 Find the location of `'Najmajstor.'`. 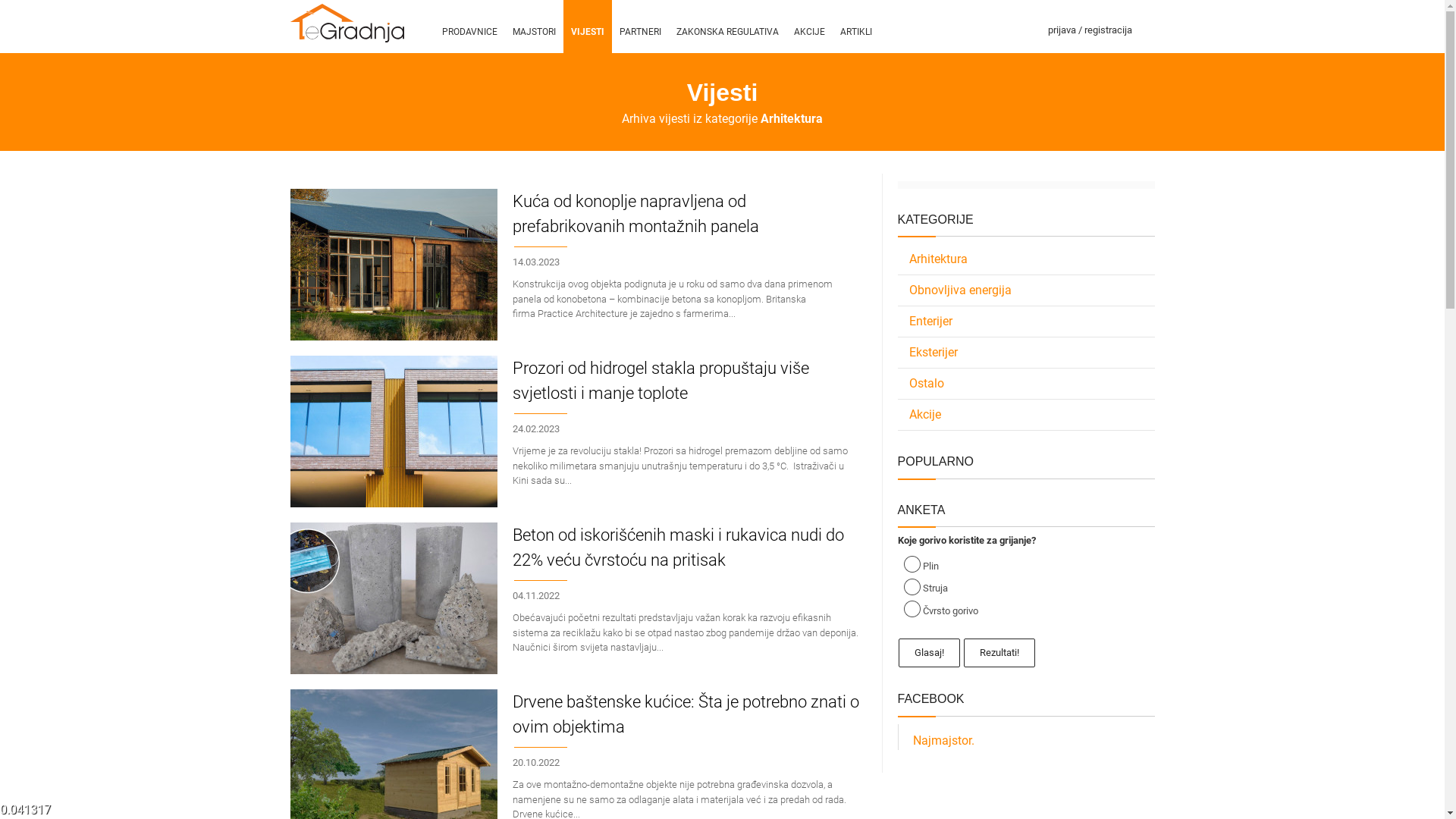

'Najmajstor.' is located at coordinates (943, 739).